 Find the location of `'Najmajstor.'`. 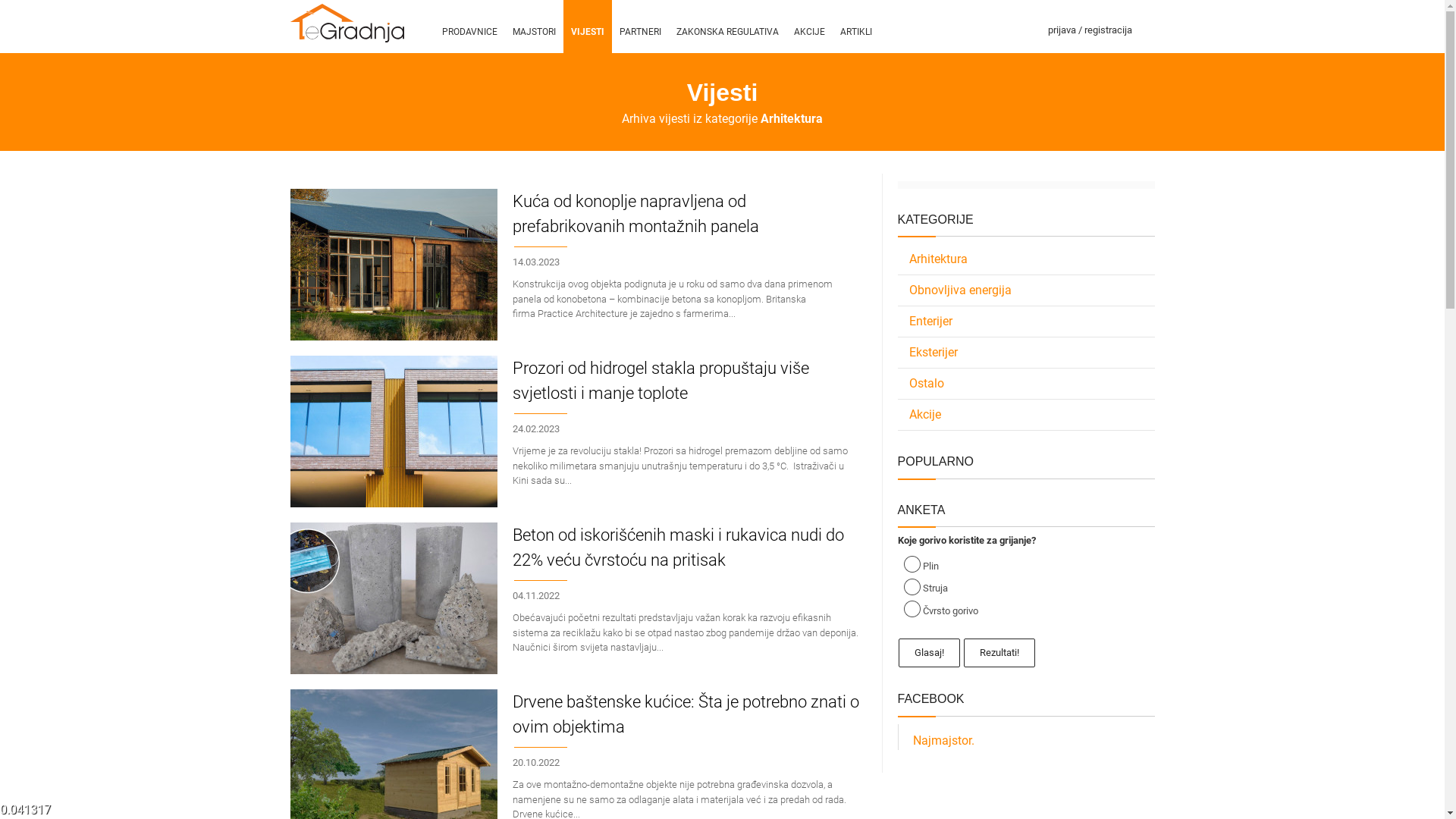

'Najmajstor.' is located at coordinates (943, 739).